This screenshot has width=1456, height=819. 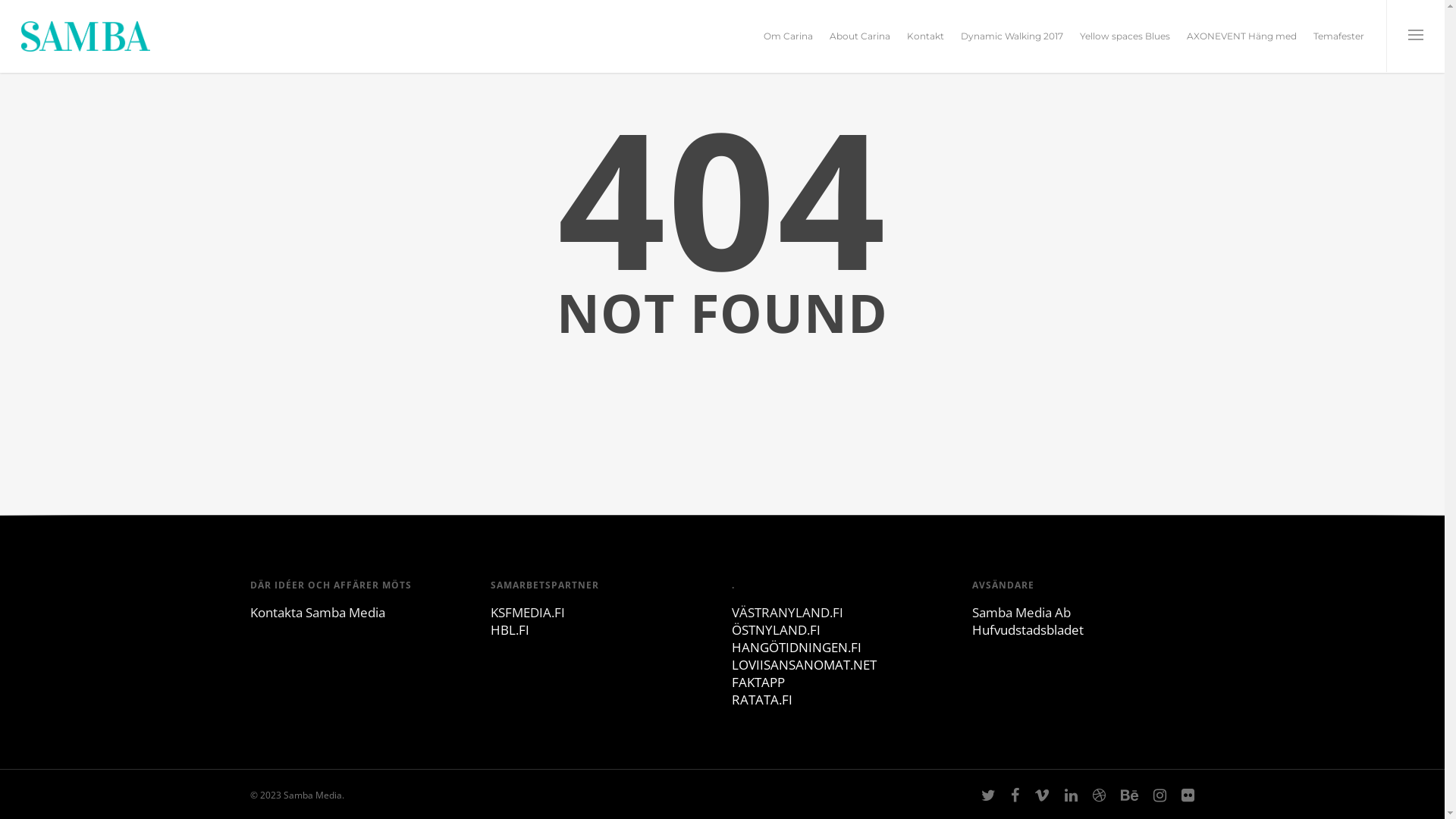 What do you see at coordinates (528, 611) in the screenshot?
I see `'KSFMEDIA.FI'` at bounding box center [528, 611].